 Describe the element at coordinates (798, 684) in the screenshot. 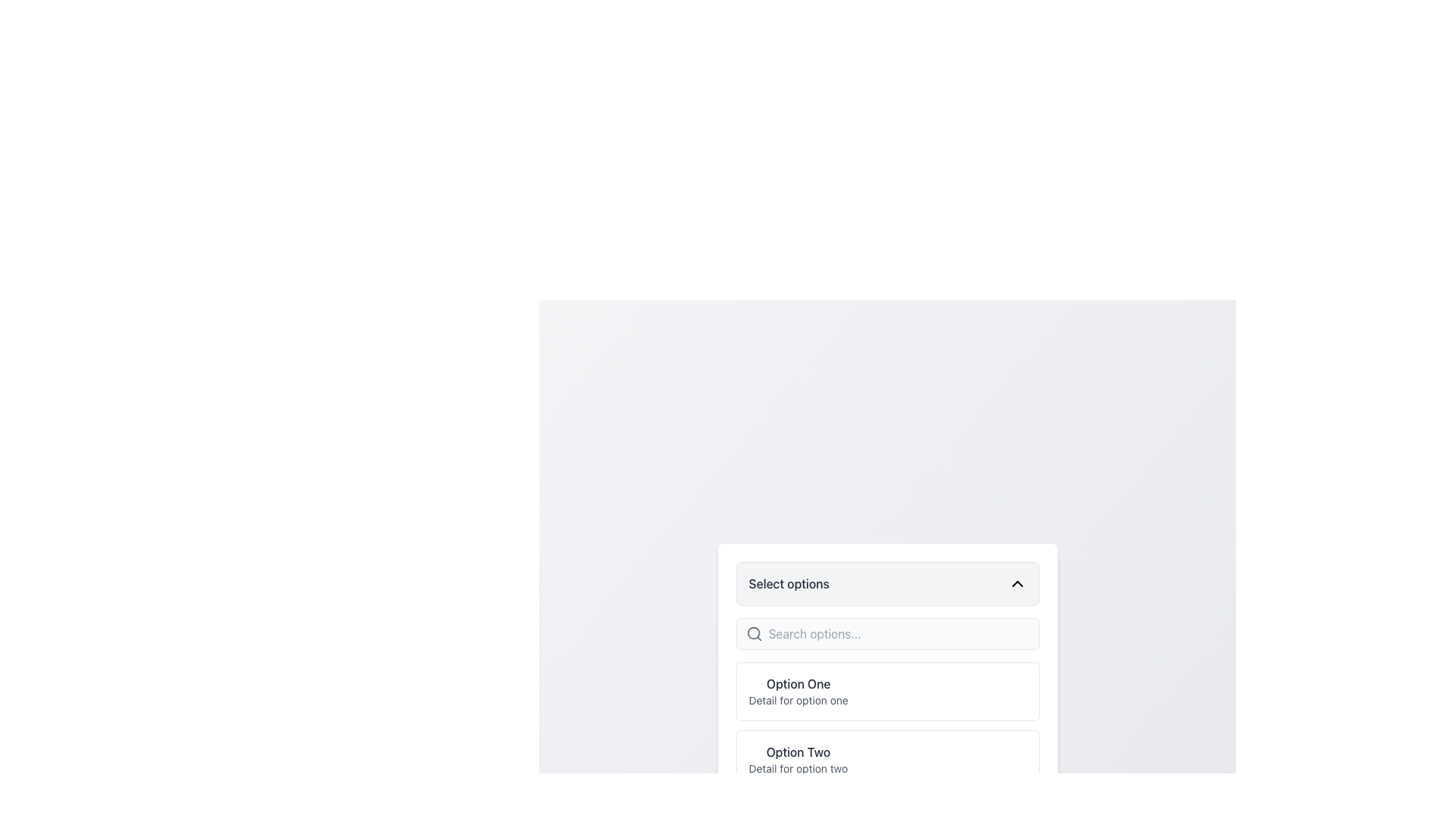

I see `the first selectable option in the dropdown list labeled 'Select options.'` at that location.